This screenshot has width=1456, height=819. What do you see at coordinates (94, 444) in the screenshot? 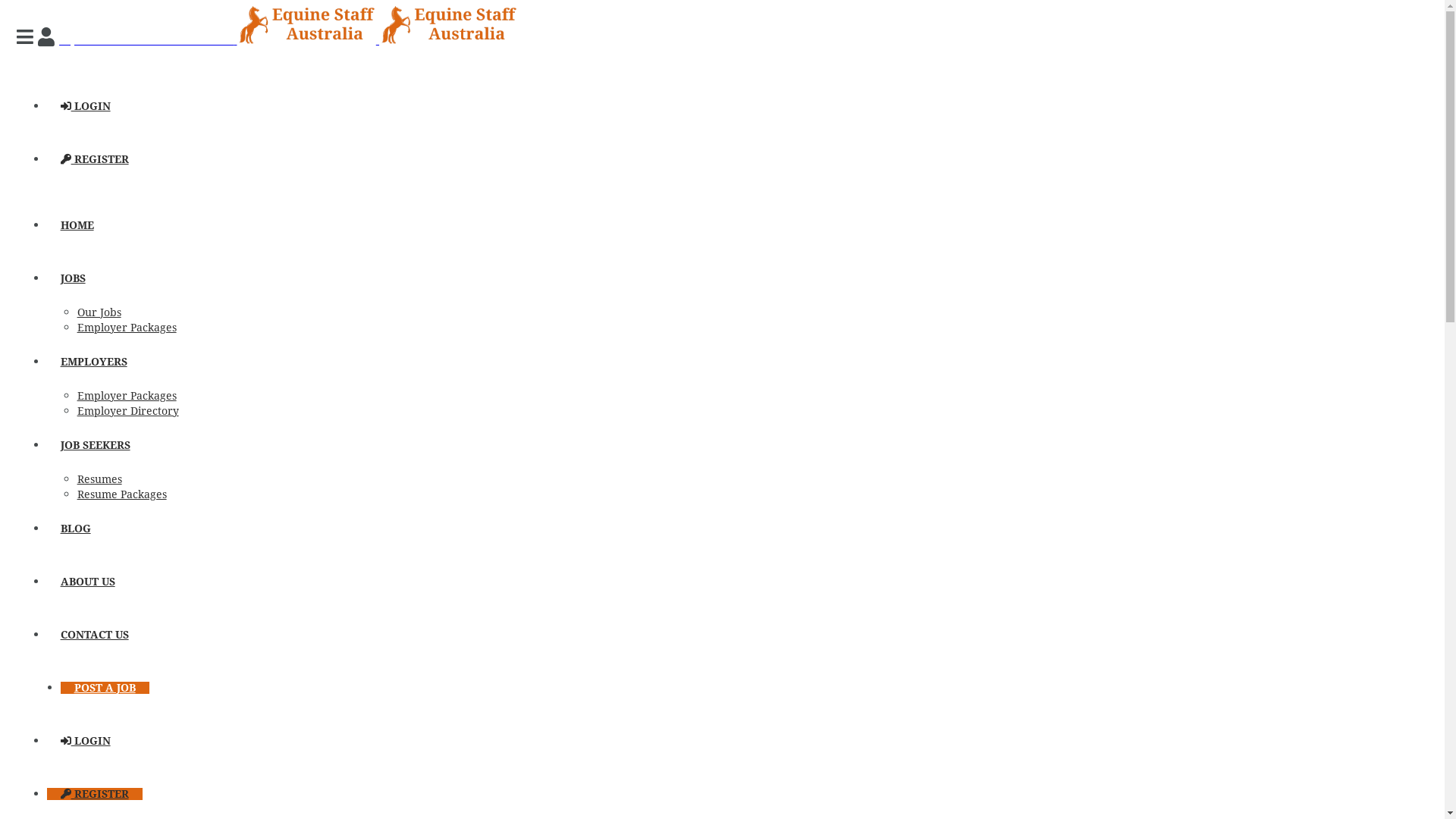
I see `'JOB SEEKERS'` at bounding box center [94, 444].